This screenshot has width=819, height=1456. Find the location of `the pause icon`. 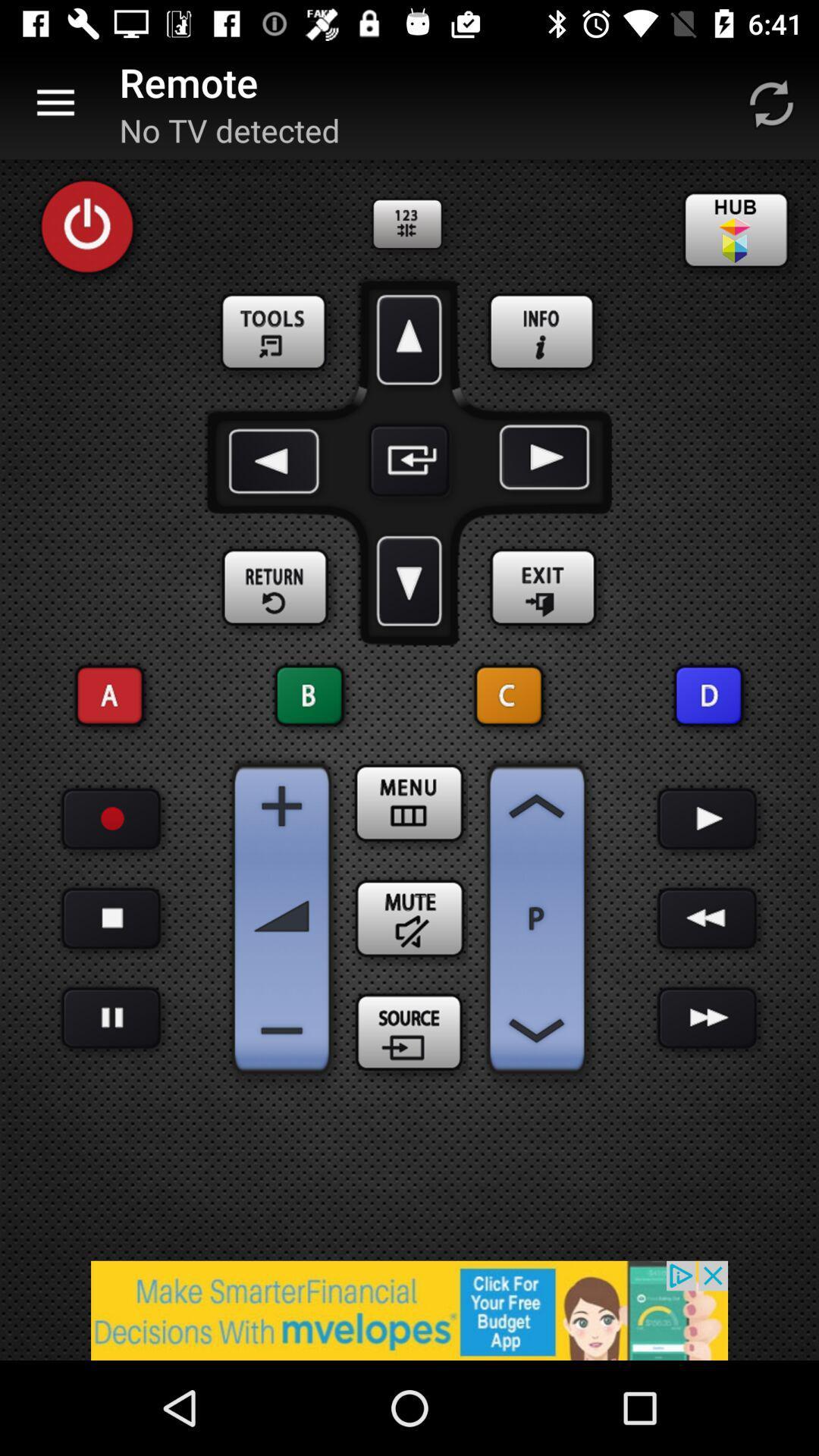

the pause icon is located at coordinates (110, 1018).